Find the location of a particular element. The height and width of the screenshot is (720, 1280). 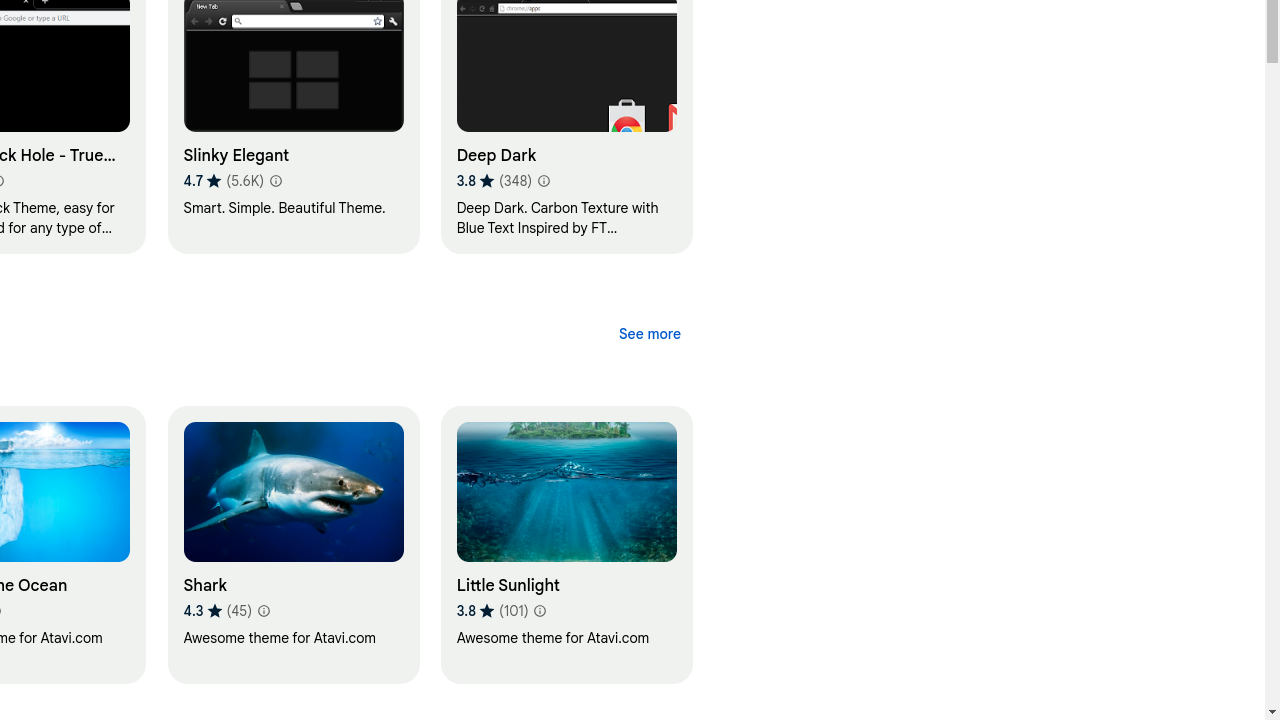

'Learn more about results and reviews "Little Sunlight"' is located at coordinates (539, 609).